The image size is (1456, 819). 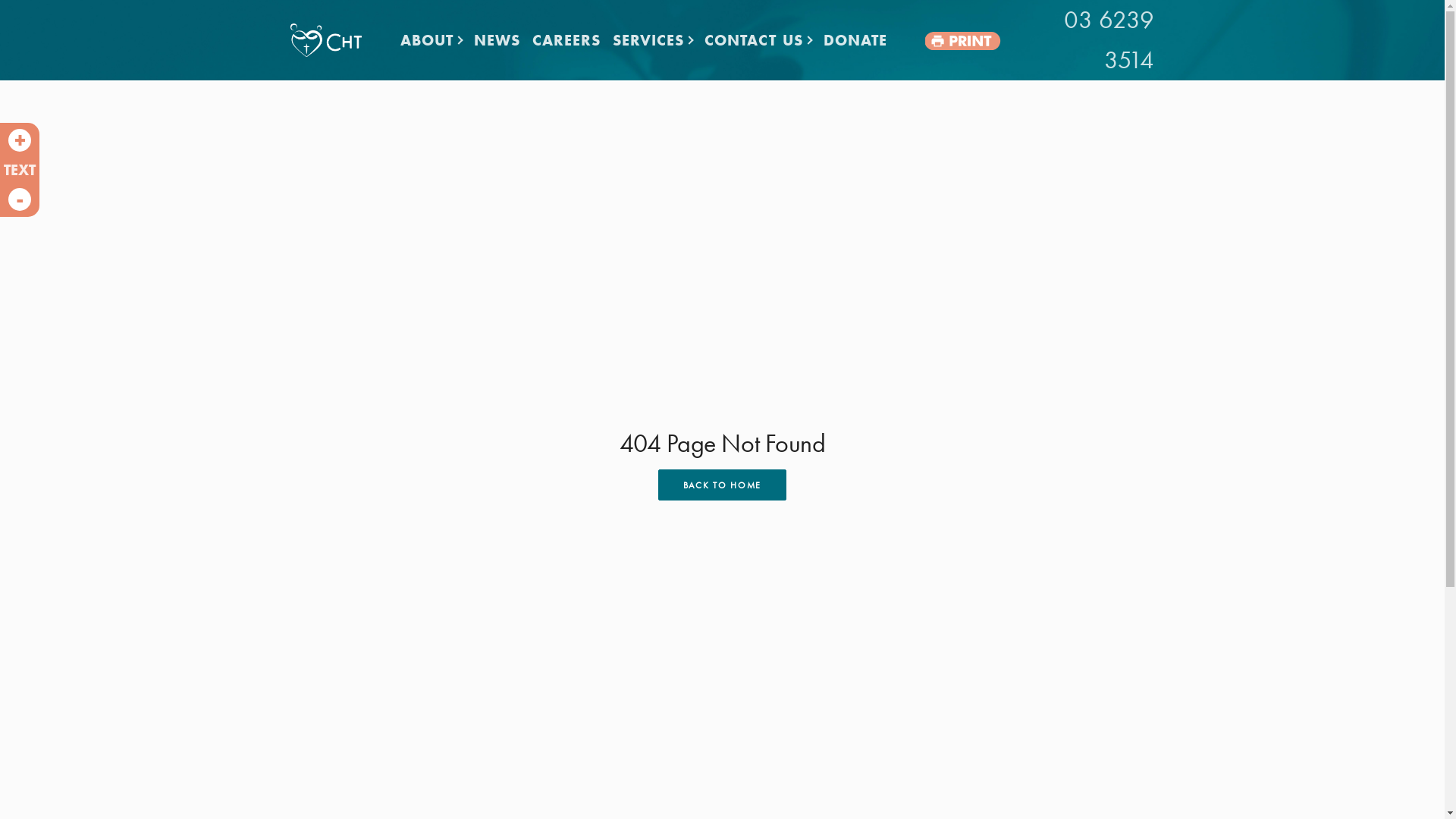 What do you see at coordinates (1081, 39) in the screenshot?
I see `'03 6239 3514'` at bounding box center [1081, 39].